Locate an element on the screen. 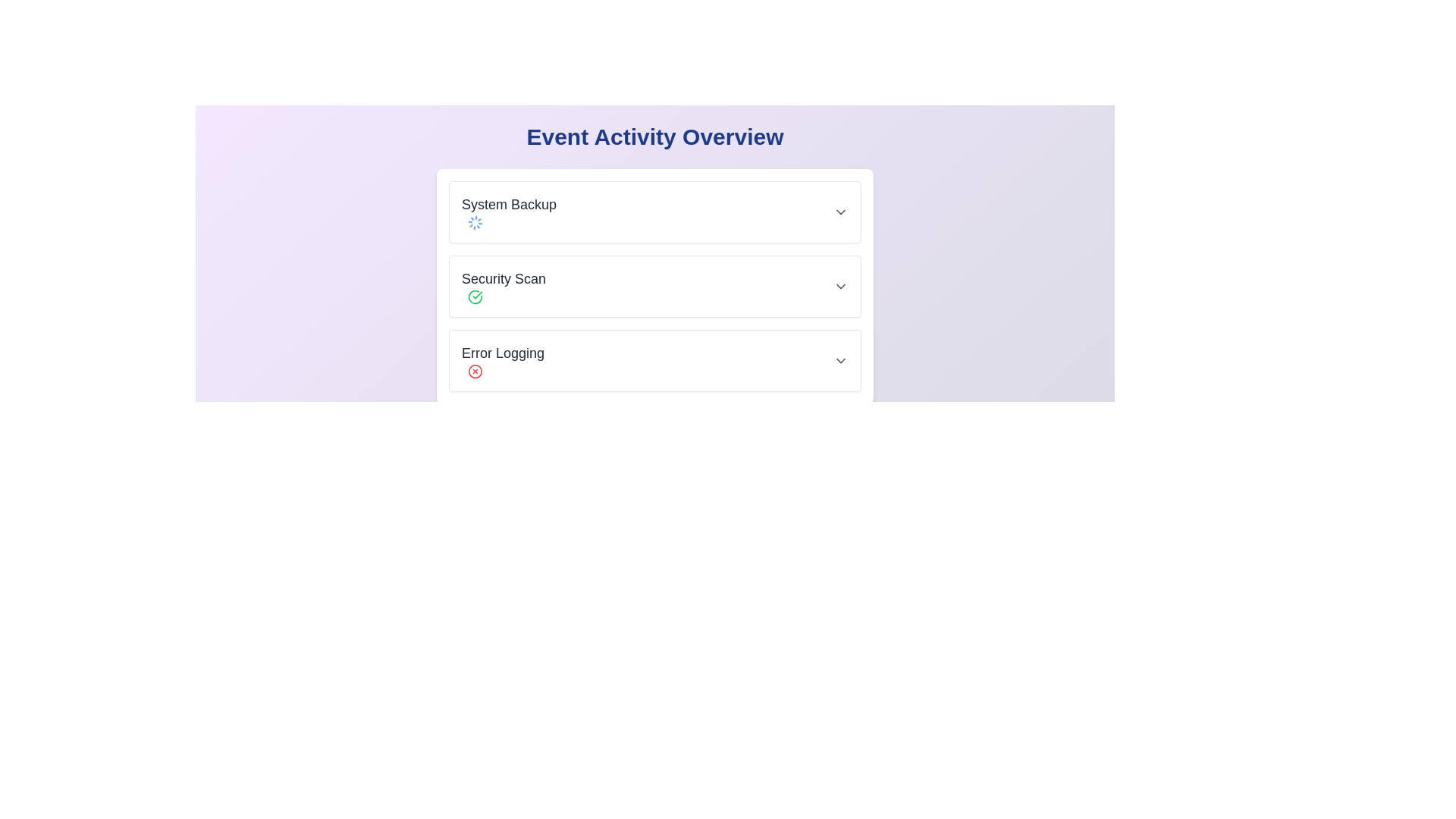 This screenshot has width=1456, height=819. the 'Error Logging' label with a red circular icon containing a white 'X', which is the third item in the 'Event Activity Overview' section is located at coordinates (503, 360).